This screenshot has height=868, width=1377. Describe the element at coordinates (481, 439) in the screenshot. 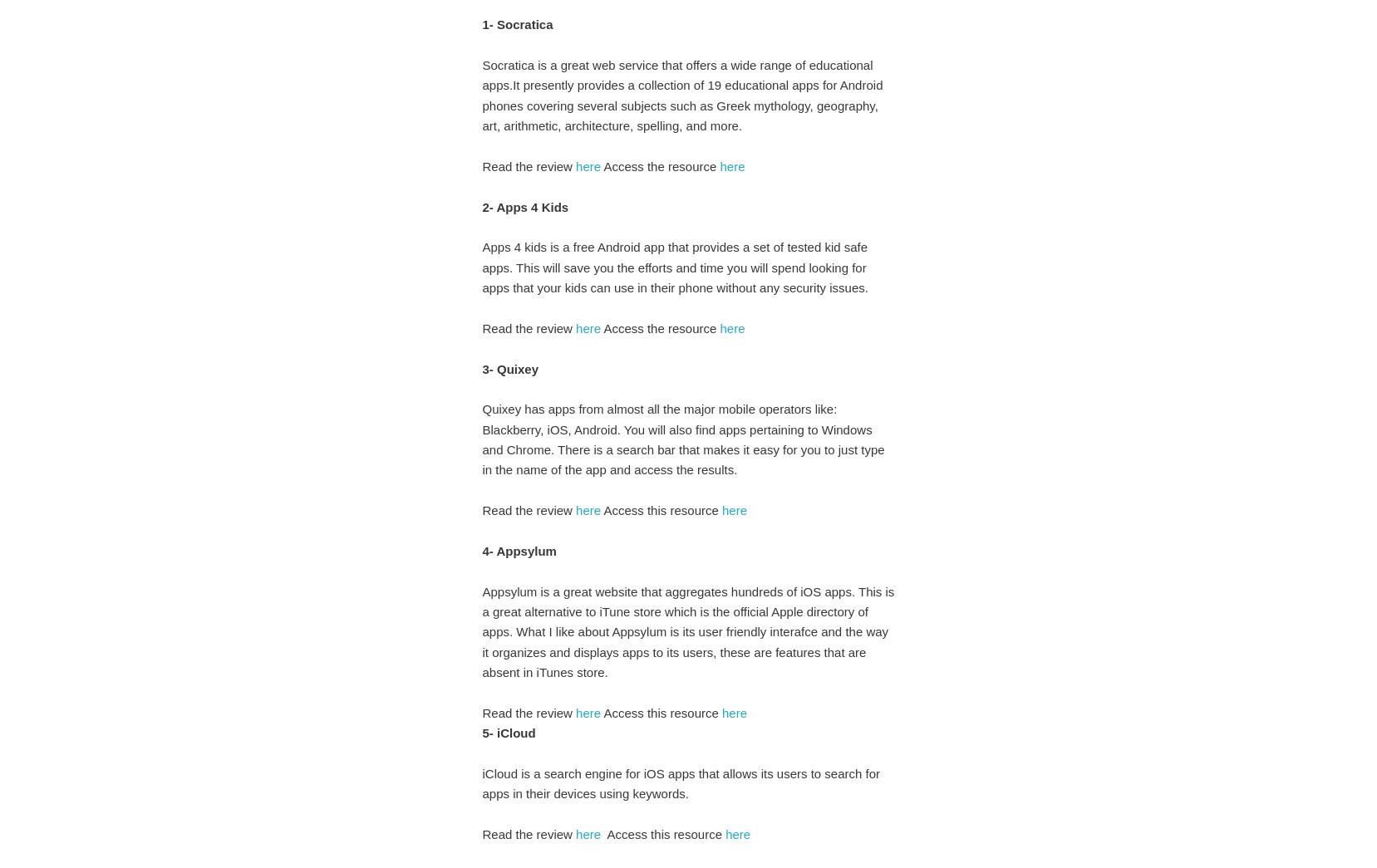

I see `'Quixey has apps from almost all the major mobile operators like: Blackberry, iOS, Android. You will also find apps pertaining to Windows and Chrome. There is a search bar that makes it easy for you to just type in the name of the app and access the results.'` at that location.